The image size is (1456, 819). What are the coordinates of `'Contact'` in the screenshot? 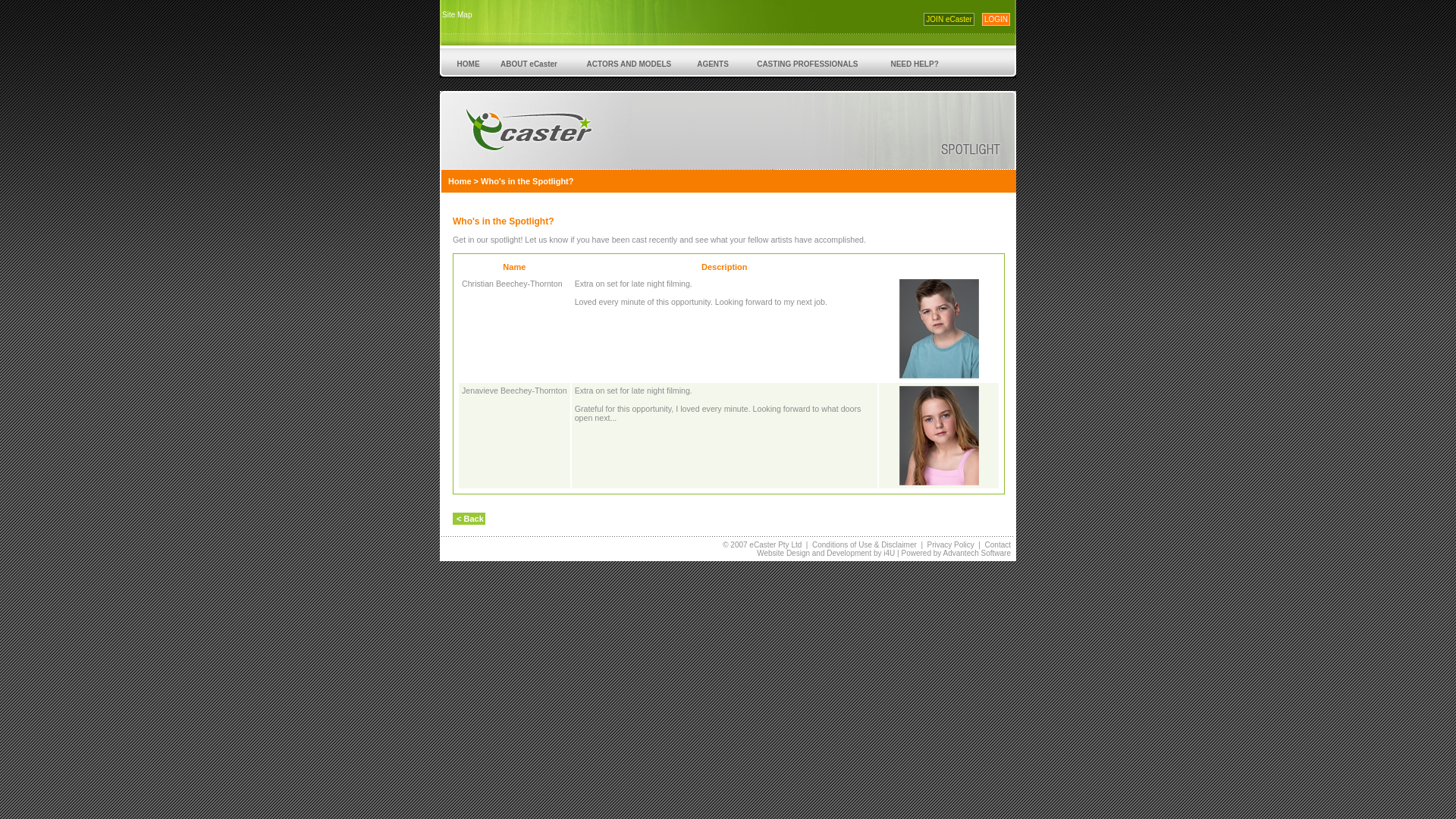 It's located at (997, 544).